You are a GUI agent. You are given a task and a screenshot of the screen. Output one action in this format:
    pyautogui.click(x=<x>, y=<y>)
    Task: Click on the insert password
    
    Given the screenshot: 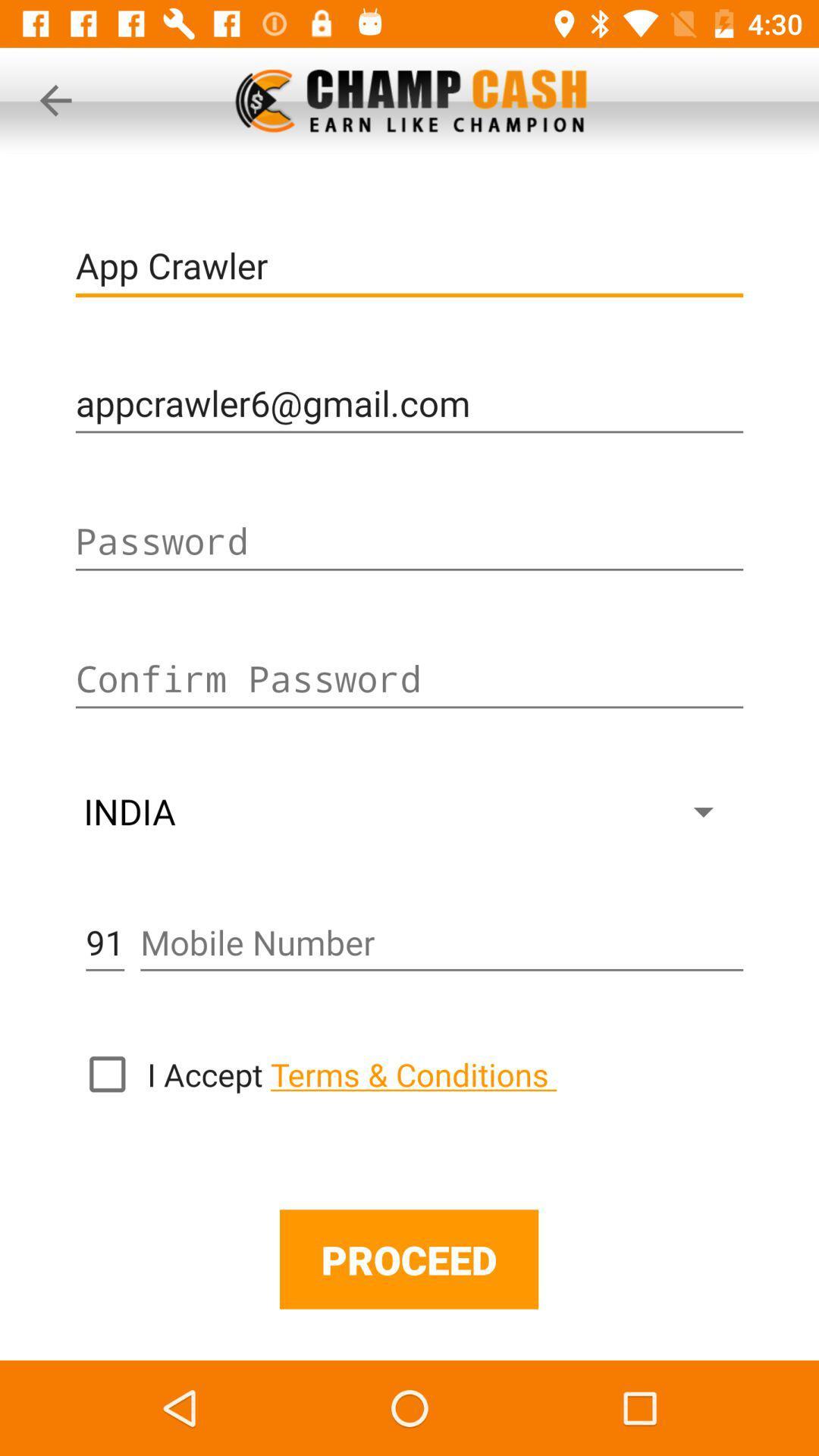 What is the action you would take?
    pyautogui.click(x=409, y=541)
    